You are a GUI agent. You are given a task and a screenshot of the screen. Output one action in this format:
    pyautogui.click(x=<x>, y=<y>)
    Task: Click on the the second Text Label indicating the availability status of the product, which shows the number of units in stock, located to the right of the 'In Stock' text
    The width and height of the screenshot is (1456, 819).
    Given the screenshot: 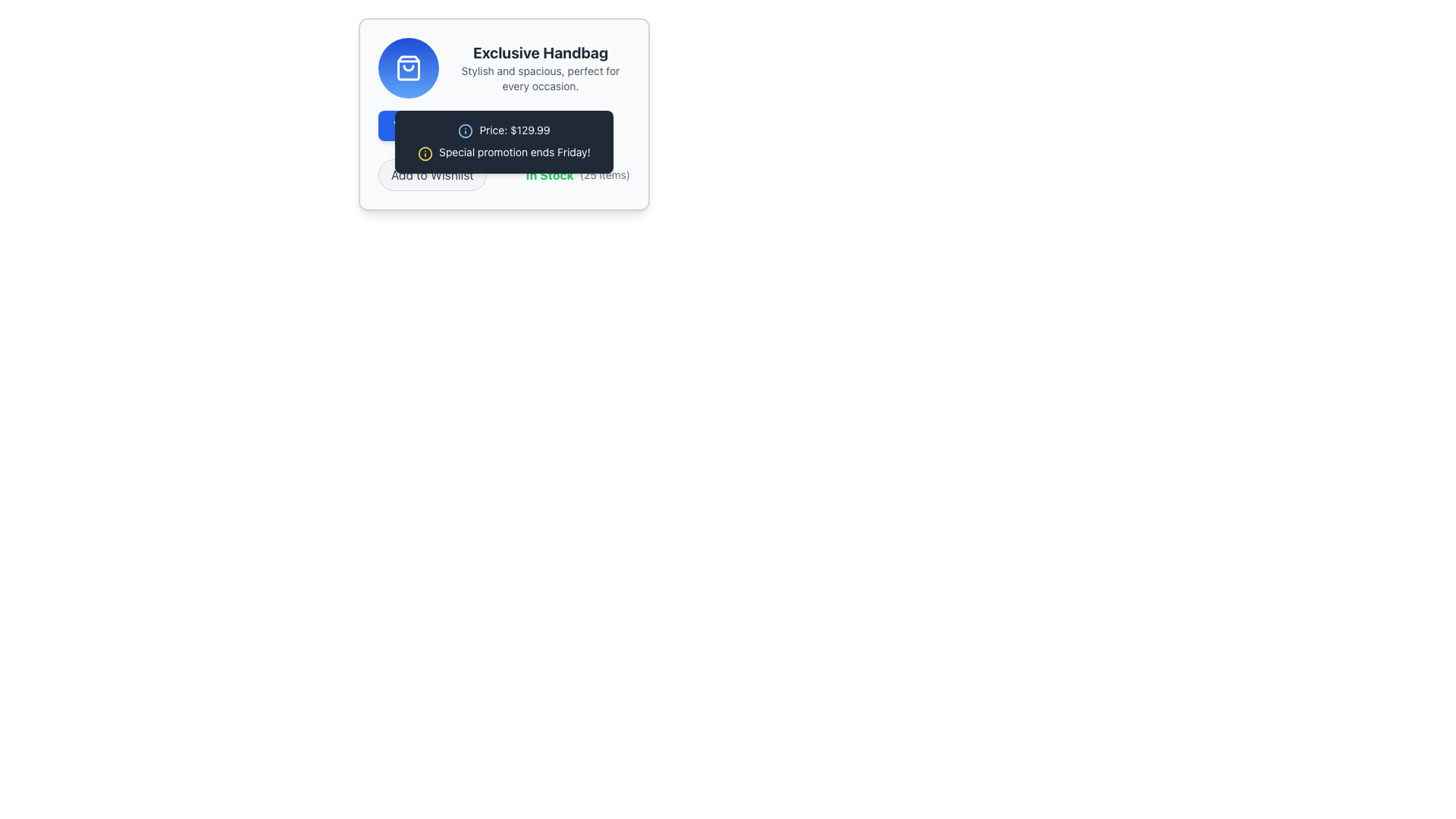 What is the action you would take?
    pyautogui.click(x=604, y=174)
    